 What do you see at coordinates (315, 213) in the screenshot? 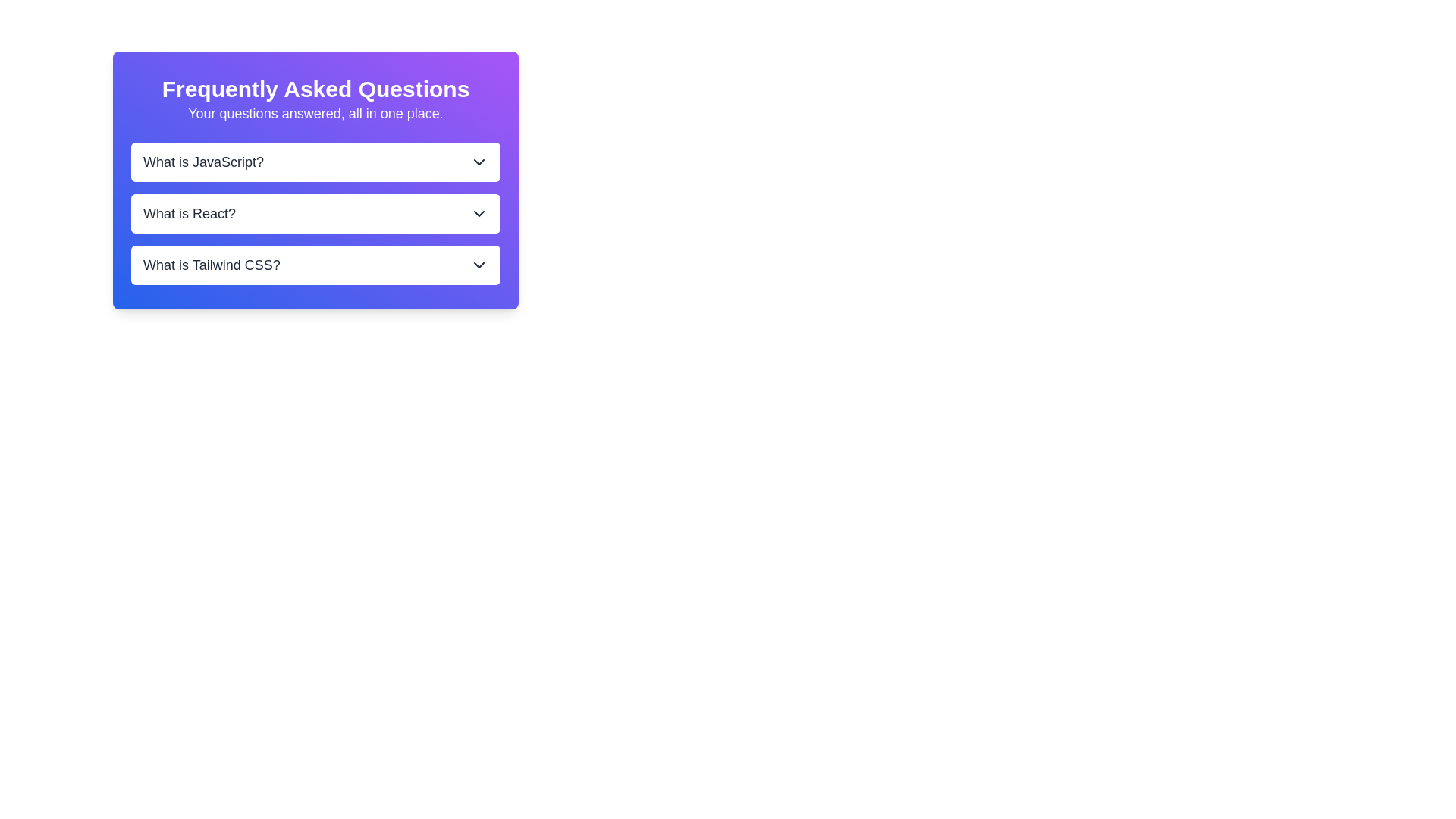
I see `the Collapsible Section Header located in the 'Frequently Asked Questions' card` at bounding box center [315, 213].